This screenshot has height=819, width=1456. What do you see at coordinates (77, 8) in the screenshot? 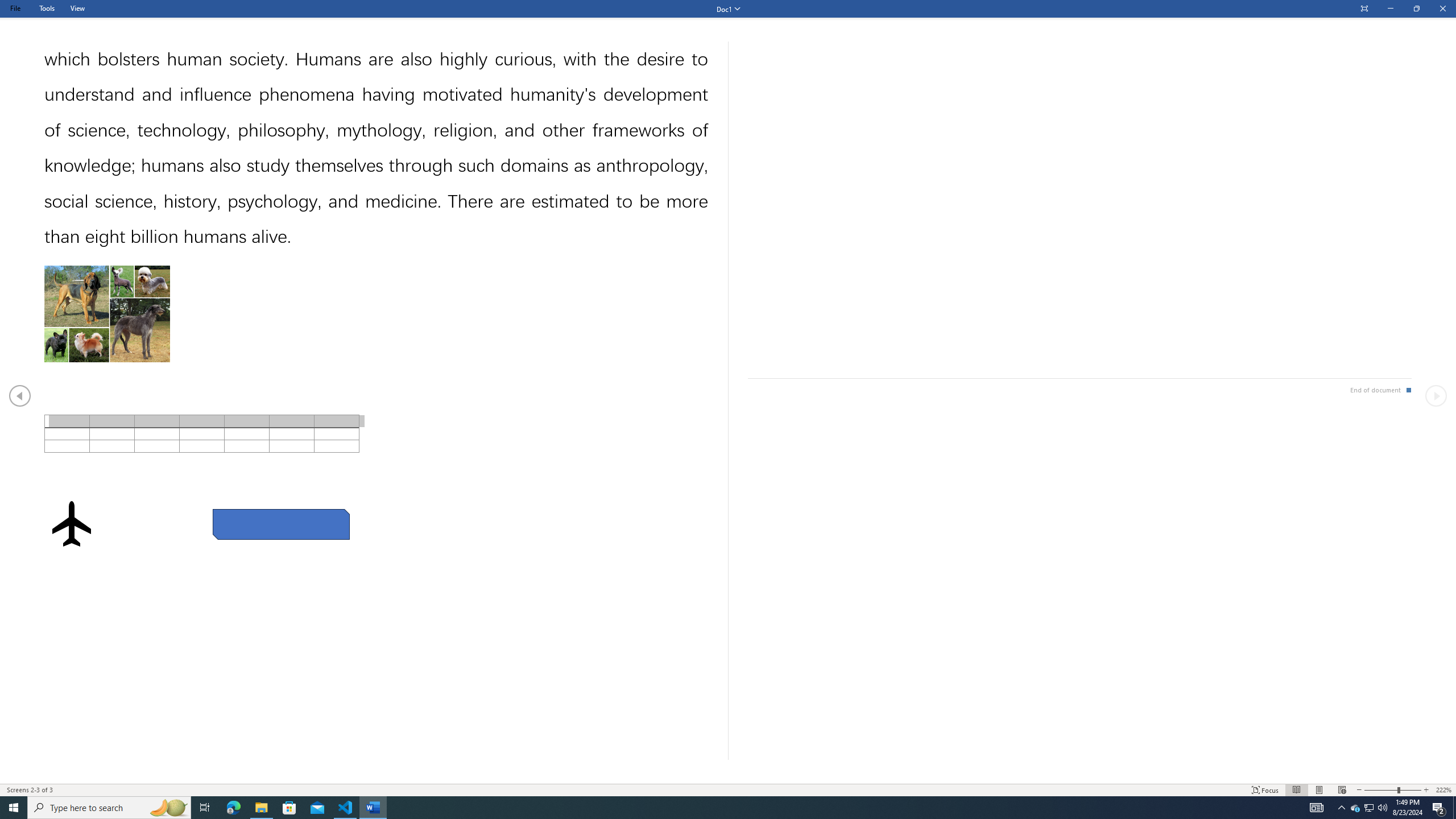
I see `'View'` at bounding box center [77, 8].